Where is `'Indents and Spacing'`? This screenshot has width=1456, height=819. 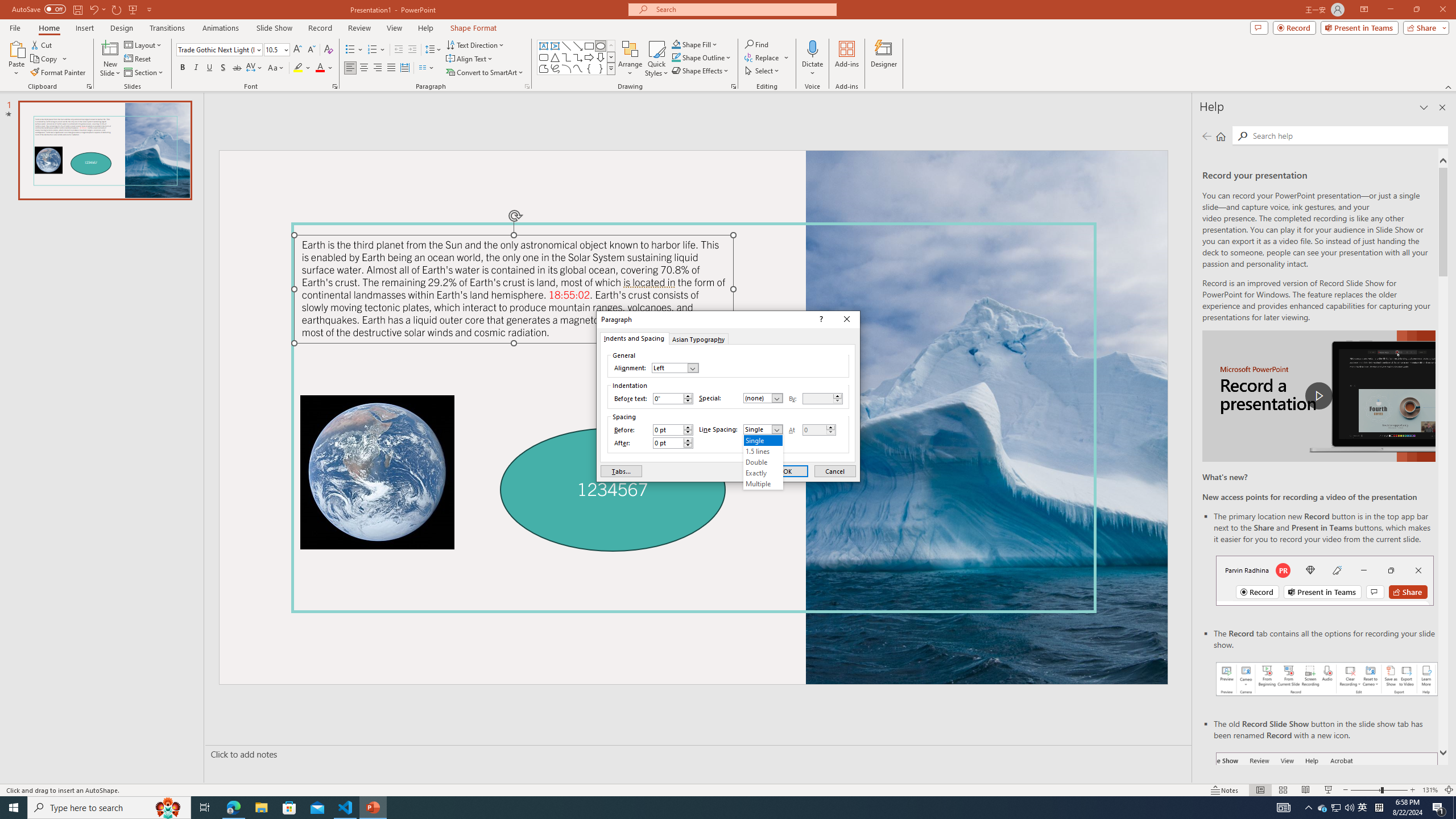 'Indents and Spacing' is located at coordinates (633, 337).